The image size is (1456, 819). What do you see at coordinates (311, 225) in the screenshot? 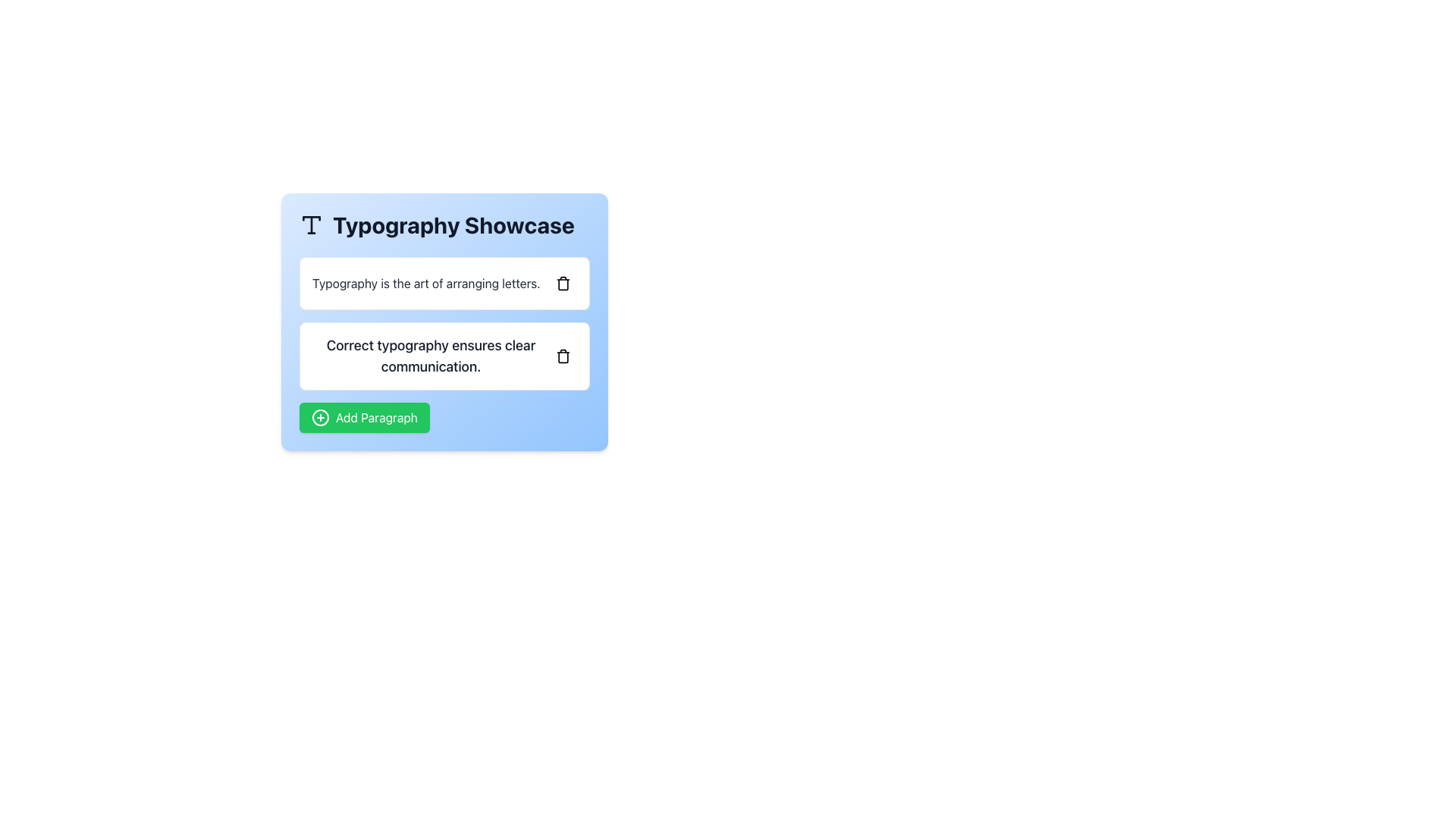
I see `the icon depicting a capital letter 'T' with a black outline, located to the left of the 'Typography Showcase' heading` at bounding box center [311, 225].